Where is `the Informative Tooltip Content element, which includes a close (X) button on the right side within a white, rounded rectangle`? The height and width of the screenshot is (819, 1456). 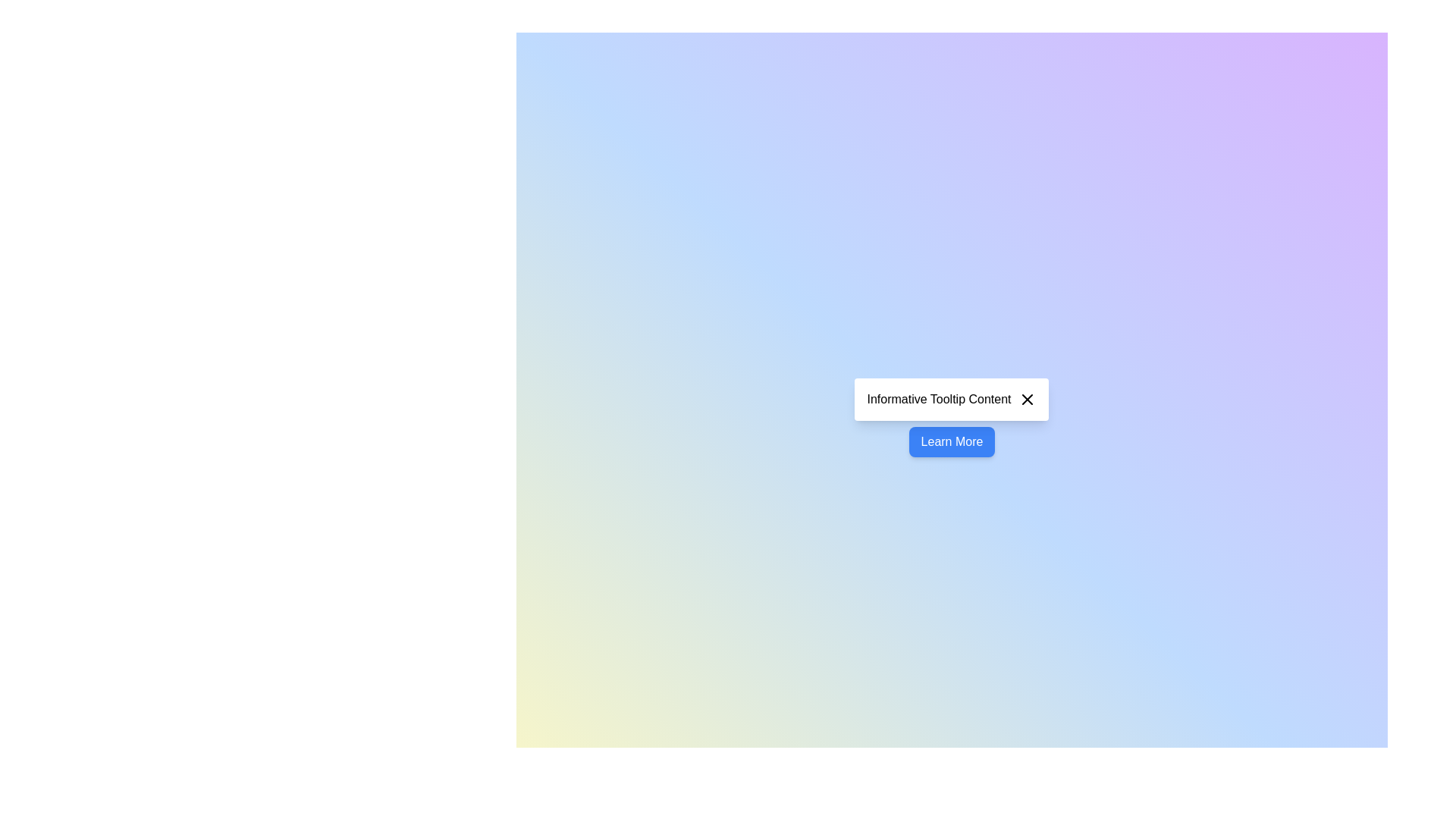
the Informative Tooltip Content element, which includes a close (X) button on the right side within a white, rounded rectangle is located at coordinates (951, 399).